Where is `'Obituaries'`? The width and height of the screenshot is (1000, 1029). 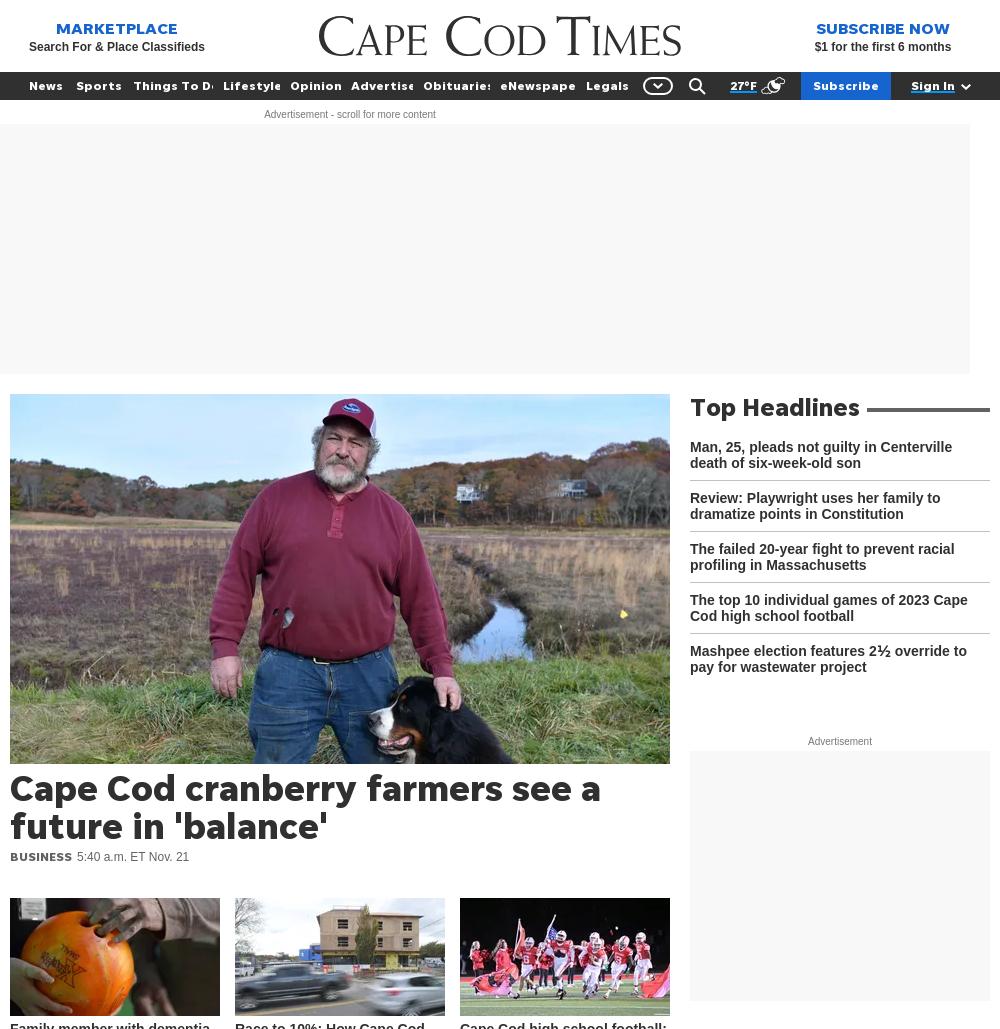
'Obituaries' is located at coordinates (457, 84).